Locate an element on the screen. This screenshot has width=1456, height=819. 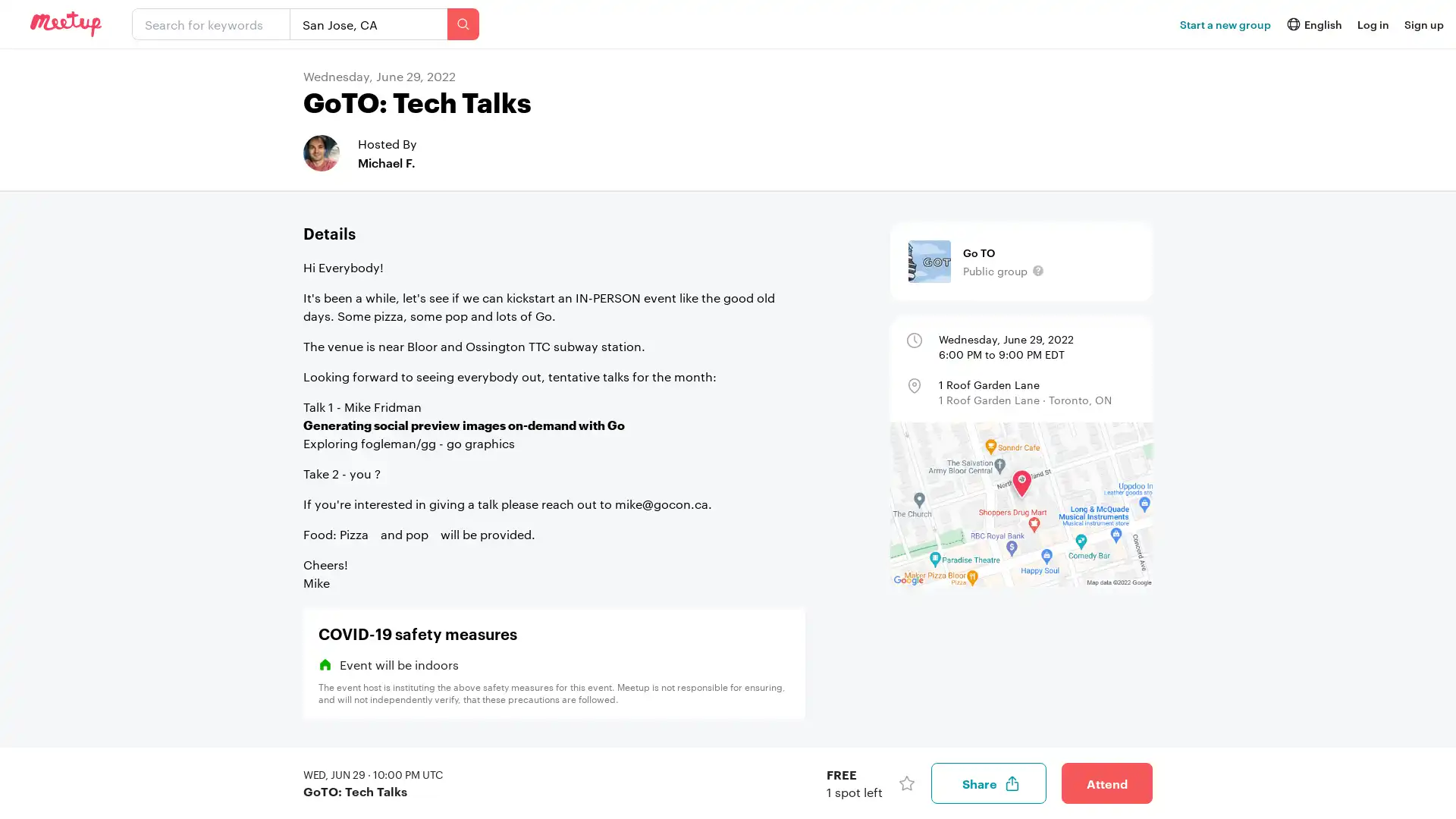
Attend is located at coordinates (1106, 783).